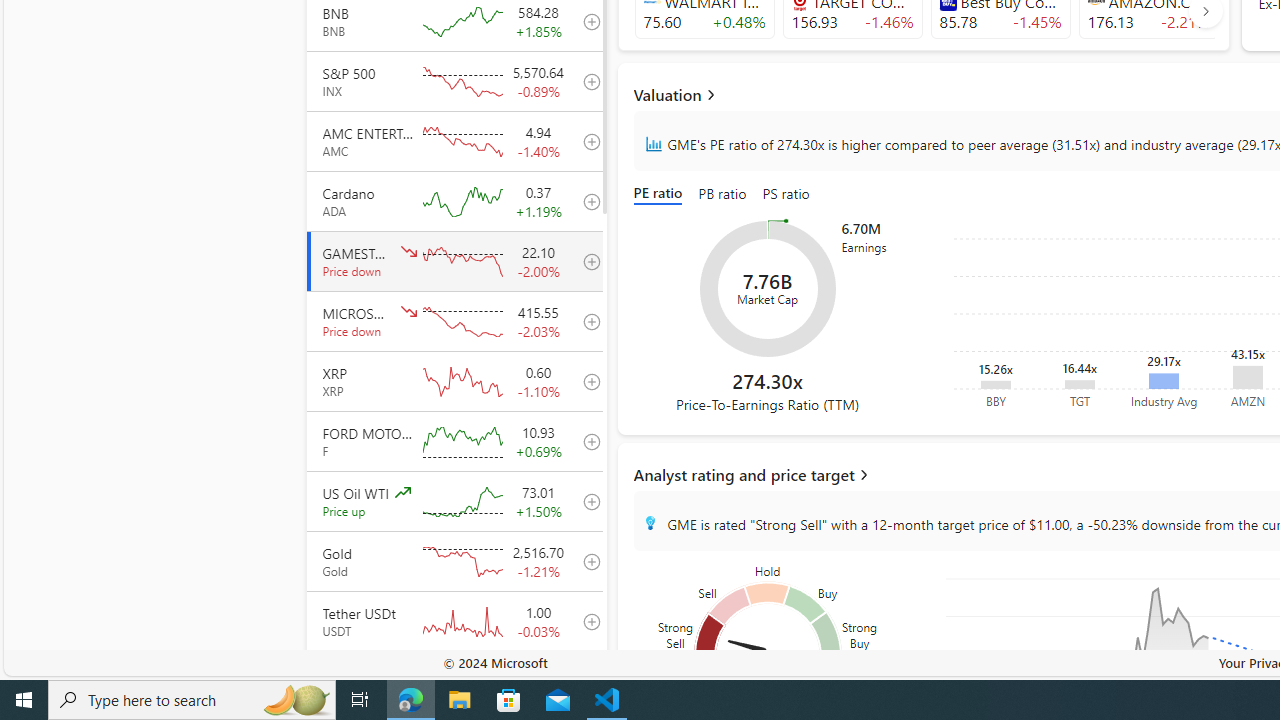 This screenshot has width=1280, height=720. Describe the element at coordinates (1204, 10) in the screenshot. I see `'AutomationID: finance_carousel_navi_arrow'` at that location.